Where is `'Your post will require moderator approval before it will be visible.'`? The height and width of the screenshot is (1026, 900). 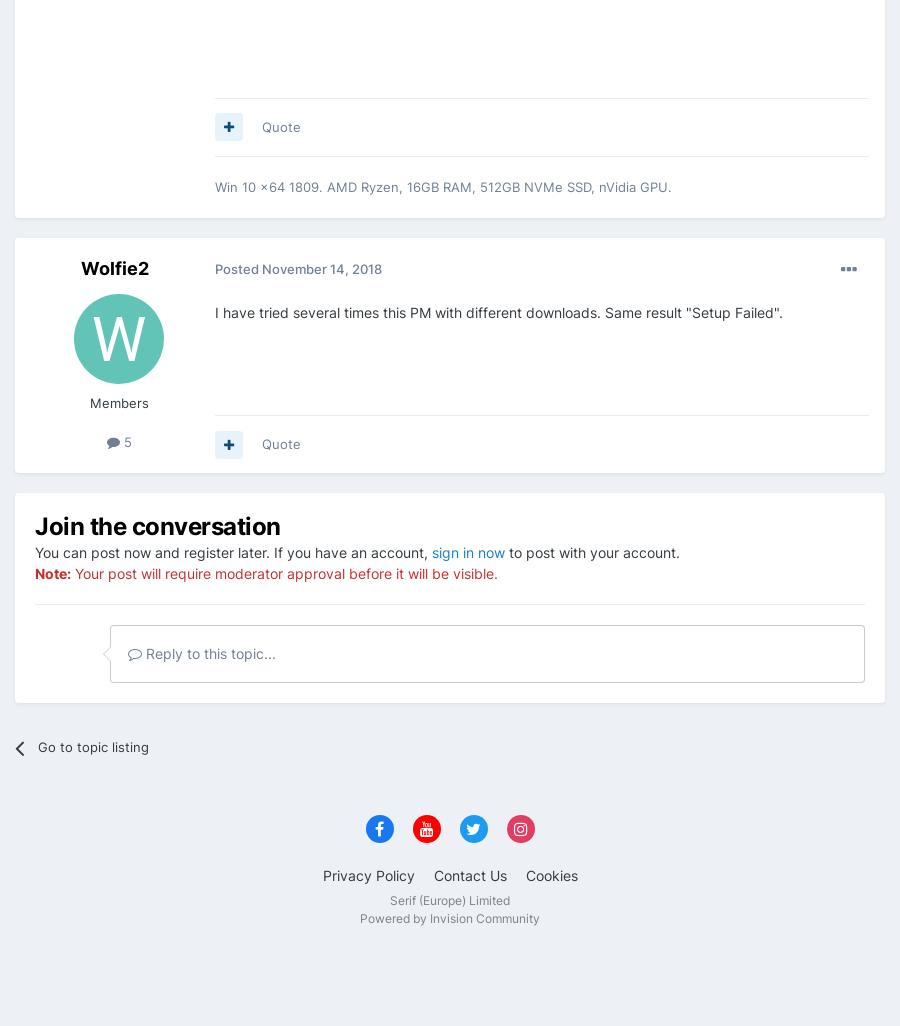
'Your post will require moderator approval before it will be visible.' is located at coordinates (283, 571).